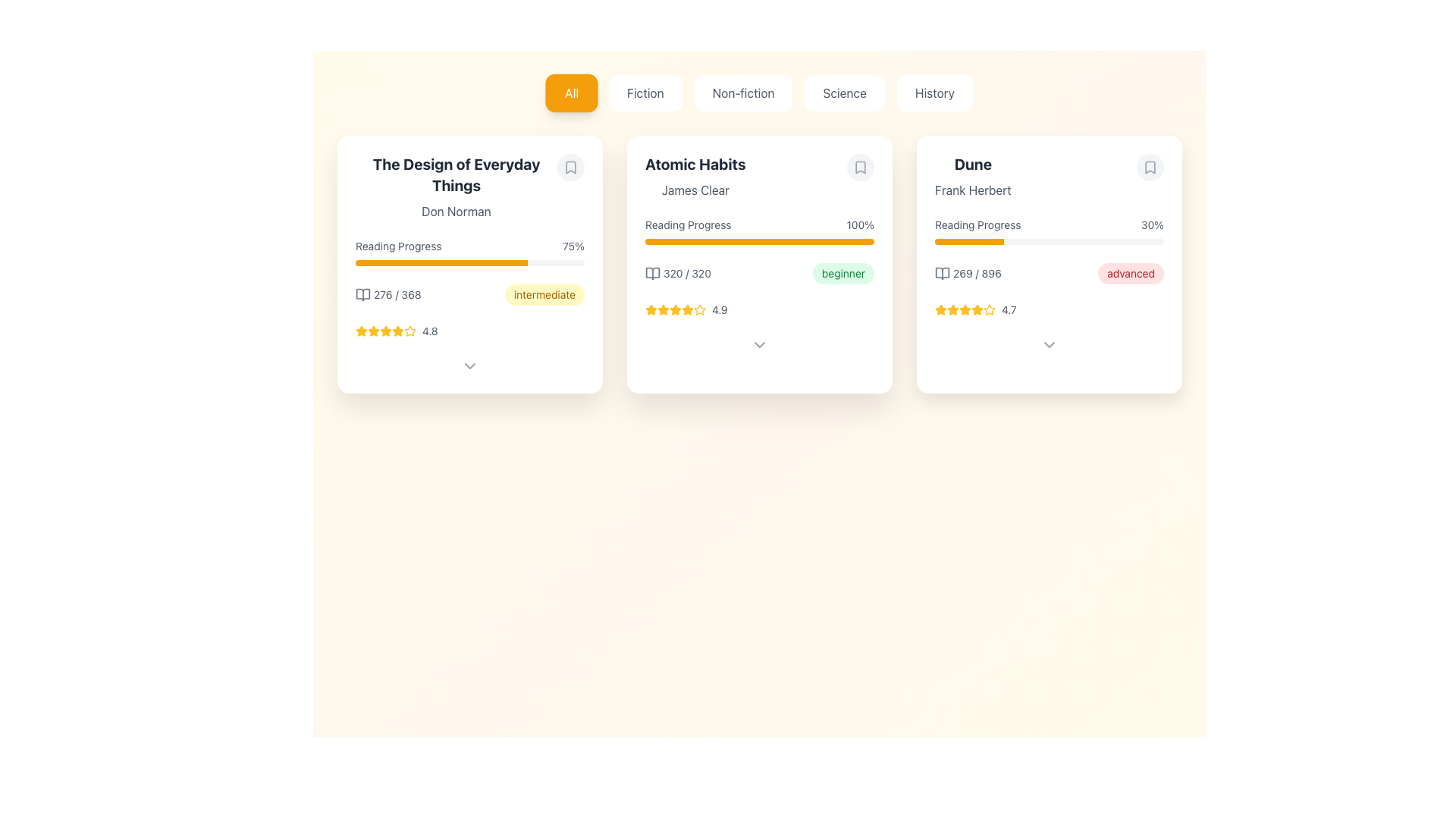 The height and width of the screenshot is (819, 1456). I want to click on the first star-shaped icon with a yellow fill, which represents a filled star in the rating sequence, located below the text '276 / 368' and to the left of '4.8' in the card labeled 'The Design of Everyday Things.', so click(360, 330).